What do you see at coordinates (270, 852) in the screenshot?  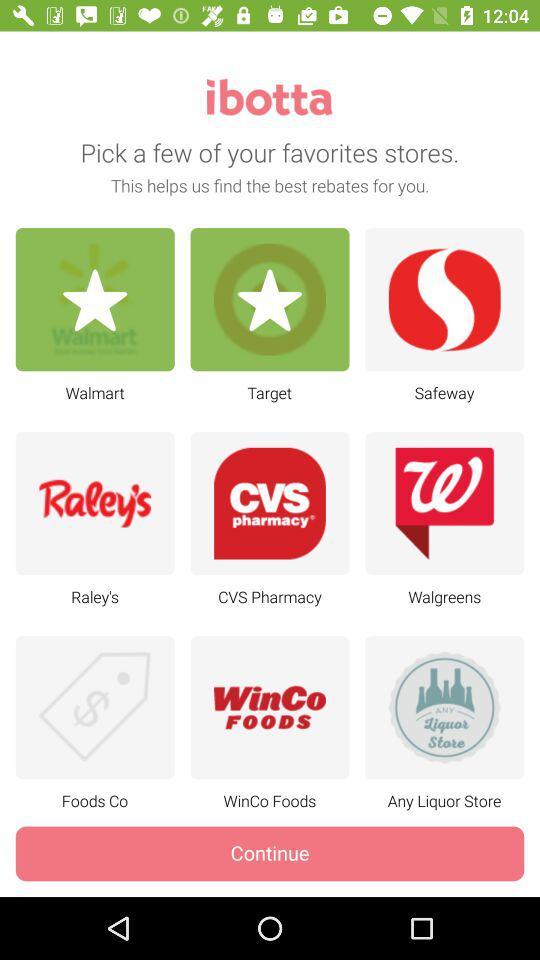 I see `the continue icon` at bounding box center [270, 852].